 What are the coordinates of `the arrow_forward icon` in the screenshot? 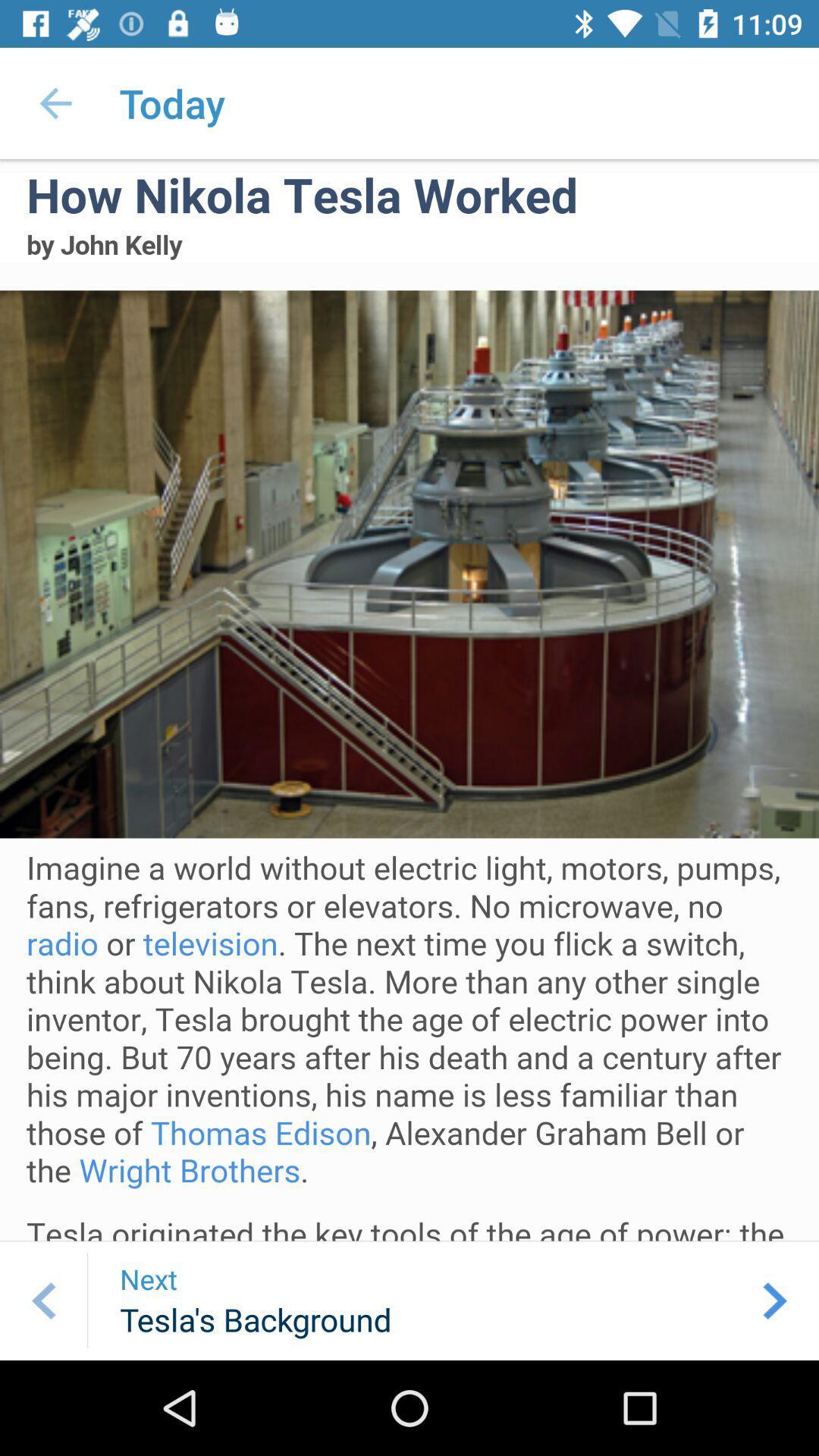 It's located at (775, 1300).